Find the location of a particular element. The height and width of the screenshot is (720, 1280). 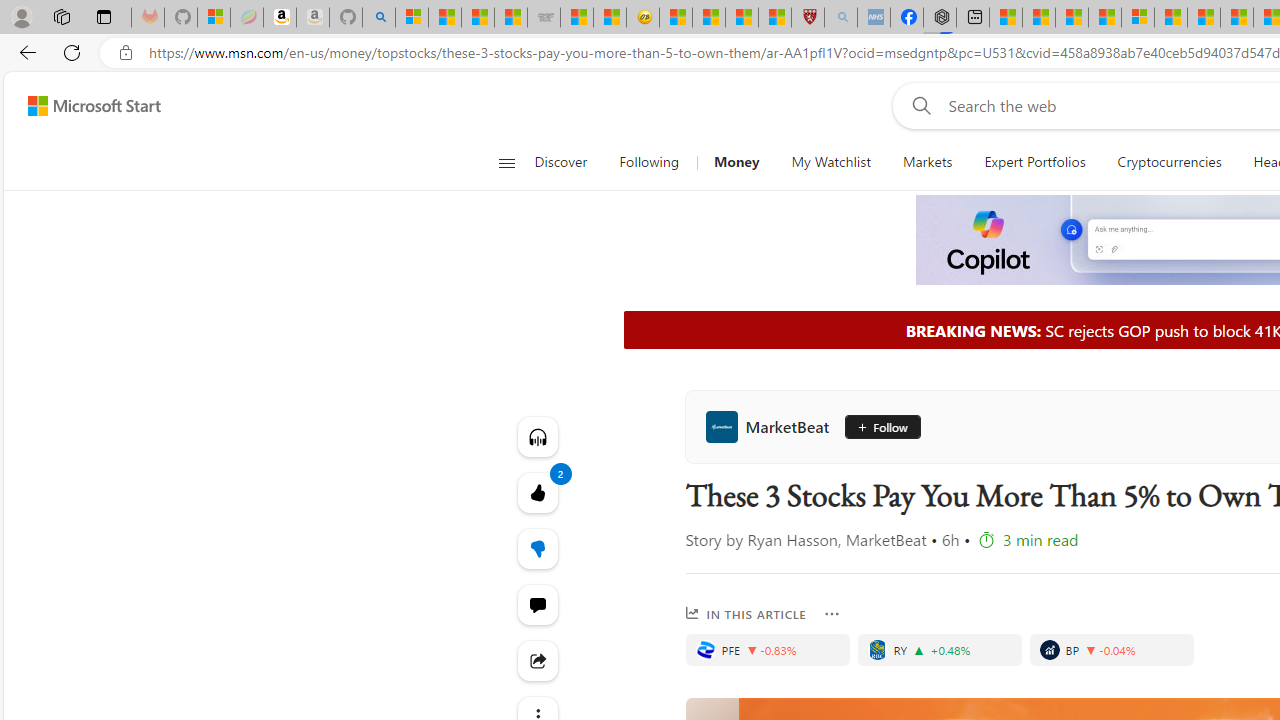

'Listen to this article' is located at coordinates (537, 436).